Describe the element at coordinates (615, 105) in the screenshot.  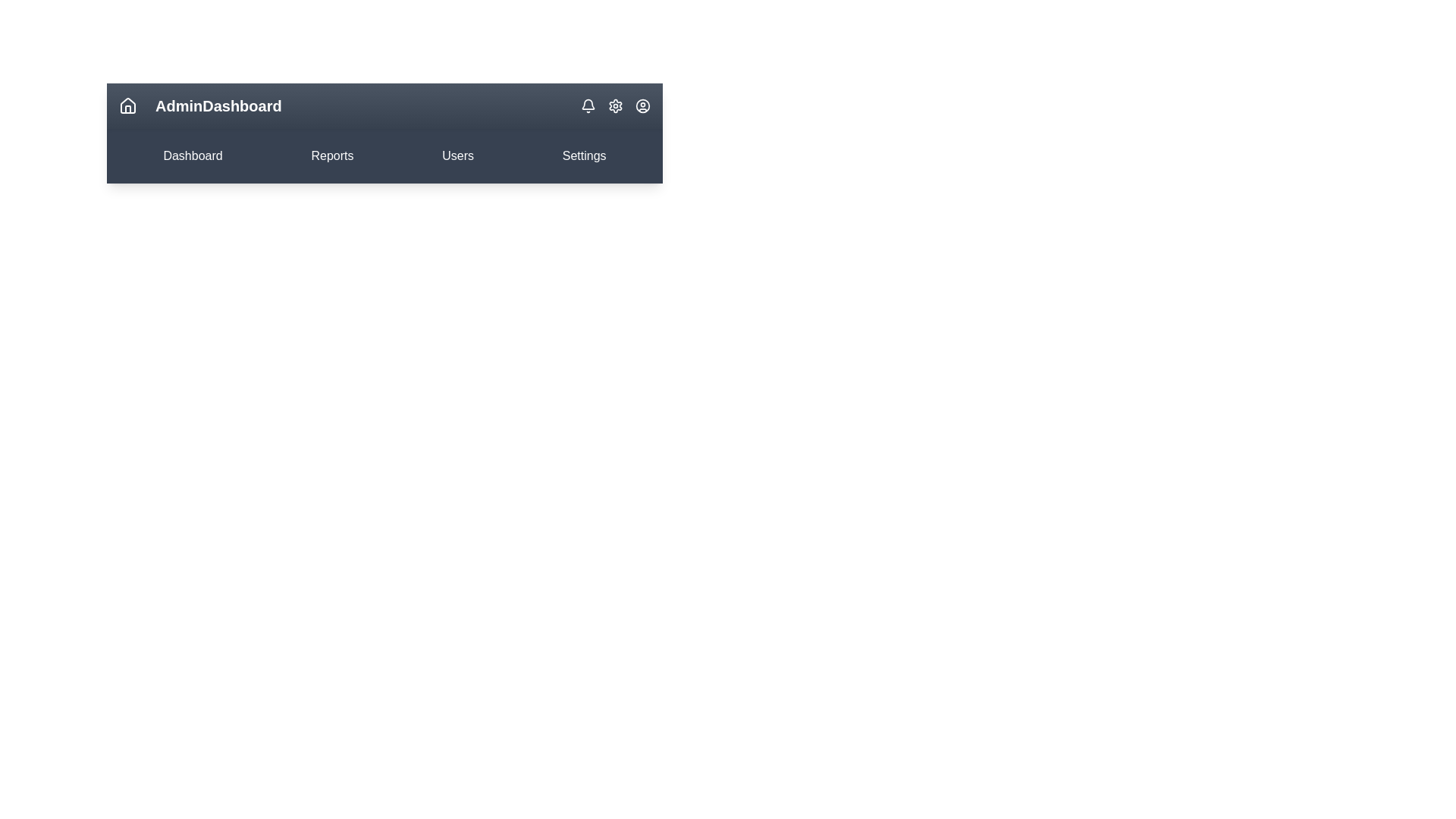
I see `the Settings icon located in the top-right corner of the app bar` at that location.